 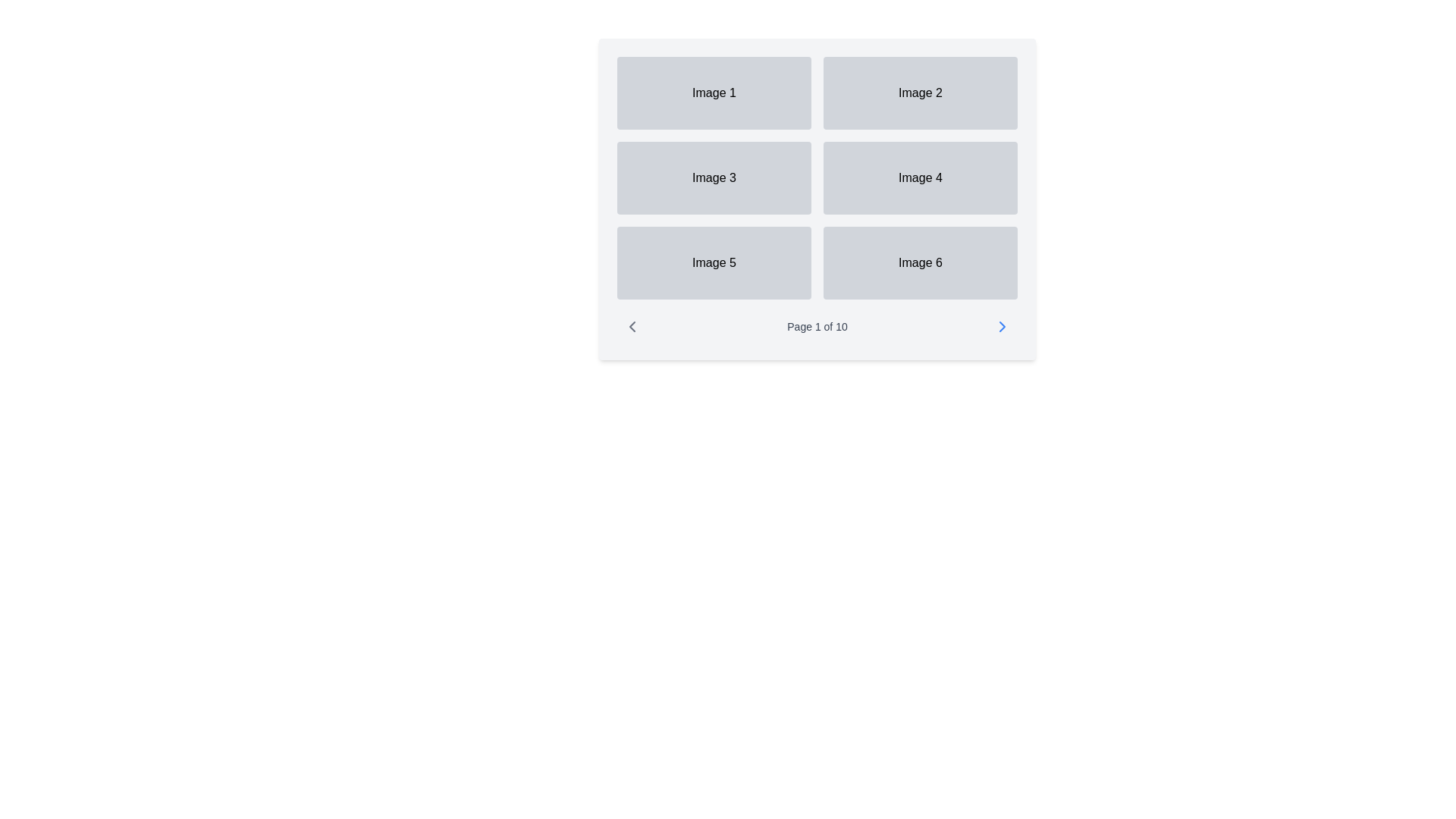 What do you see at coordinates (817, 326) in the screenshot?
I see `text phrase 'Page 1 of 10' located centrally at the bottom of the user interface to understand current paging information` at bounding box center [817, 326].